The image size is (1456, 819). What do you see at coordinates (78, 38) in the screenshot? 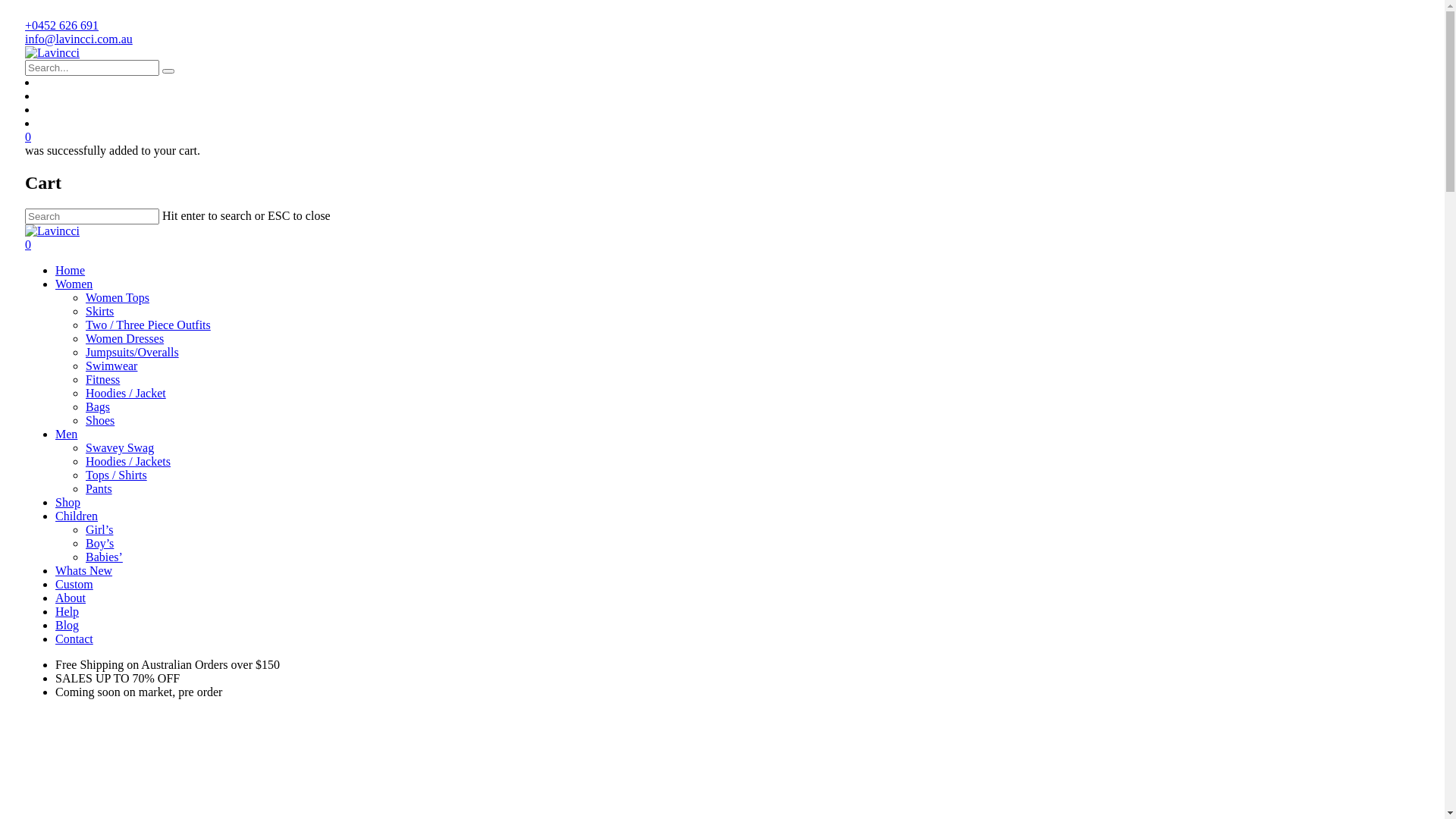
I see `'info@lavincci.com.au'` at bounding box center [78, 38].